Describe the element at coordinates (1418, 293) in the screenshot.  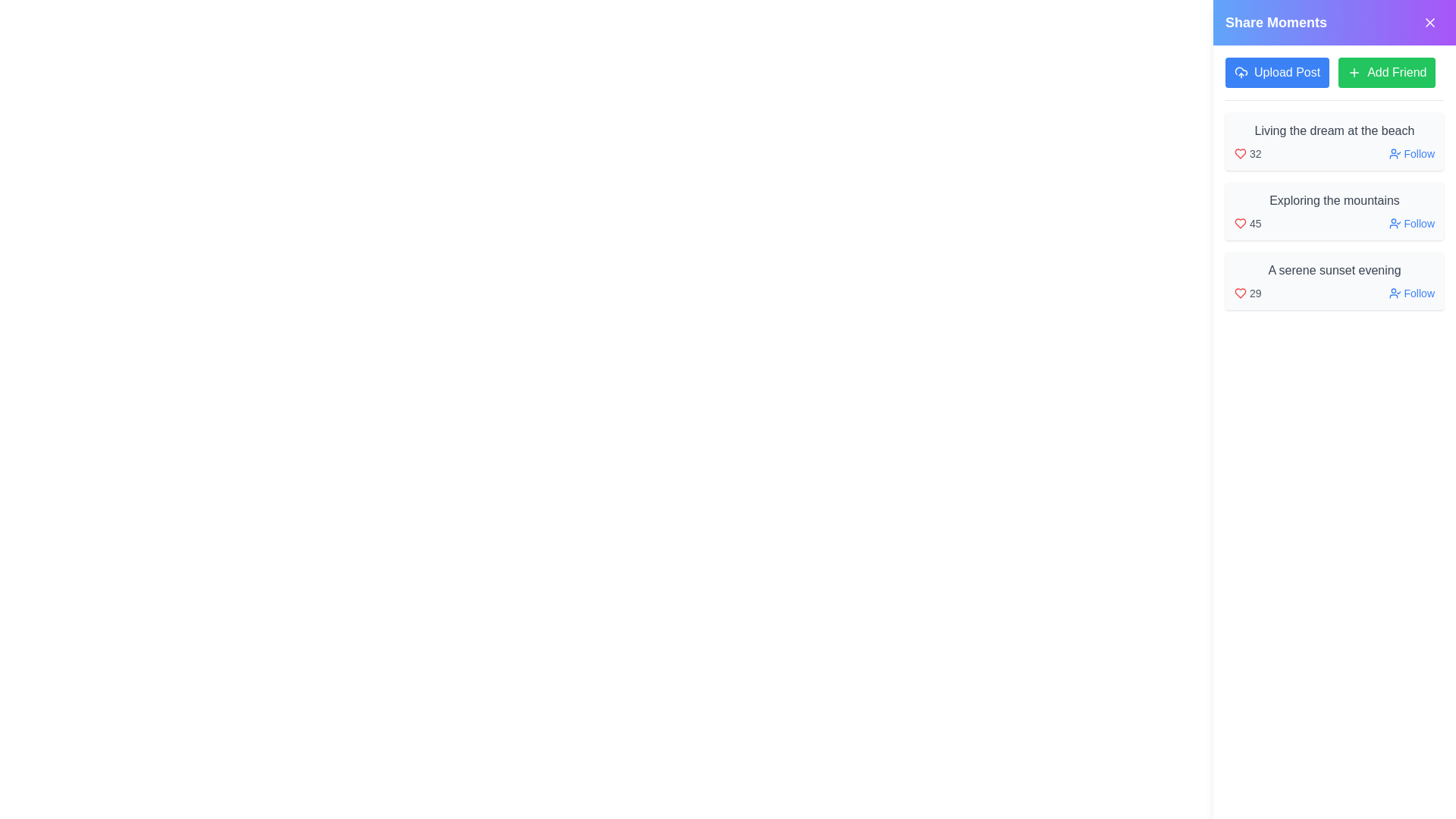
I see `the follow button located in the bottom-right corner of the segment labeled 'A serene sunset evening' in the last post block to follow the user or post` at that location.